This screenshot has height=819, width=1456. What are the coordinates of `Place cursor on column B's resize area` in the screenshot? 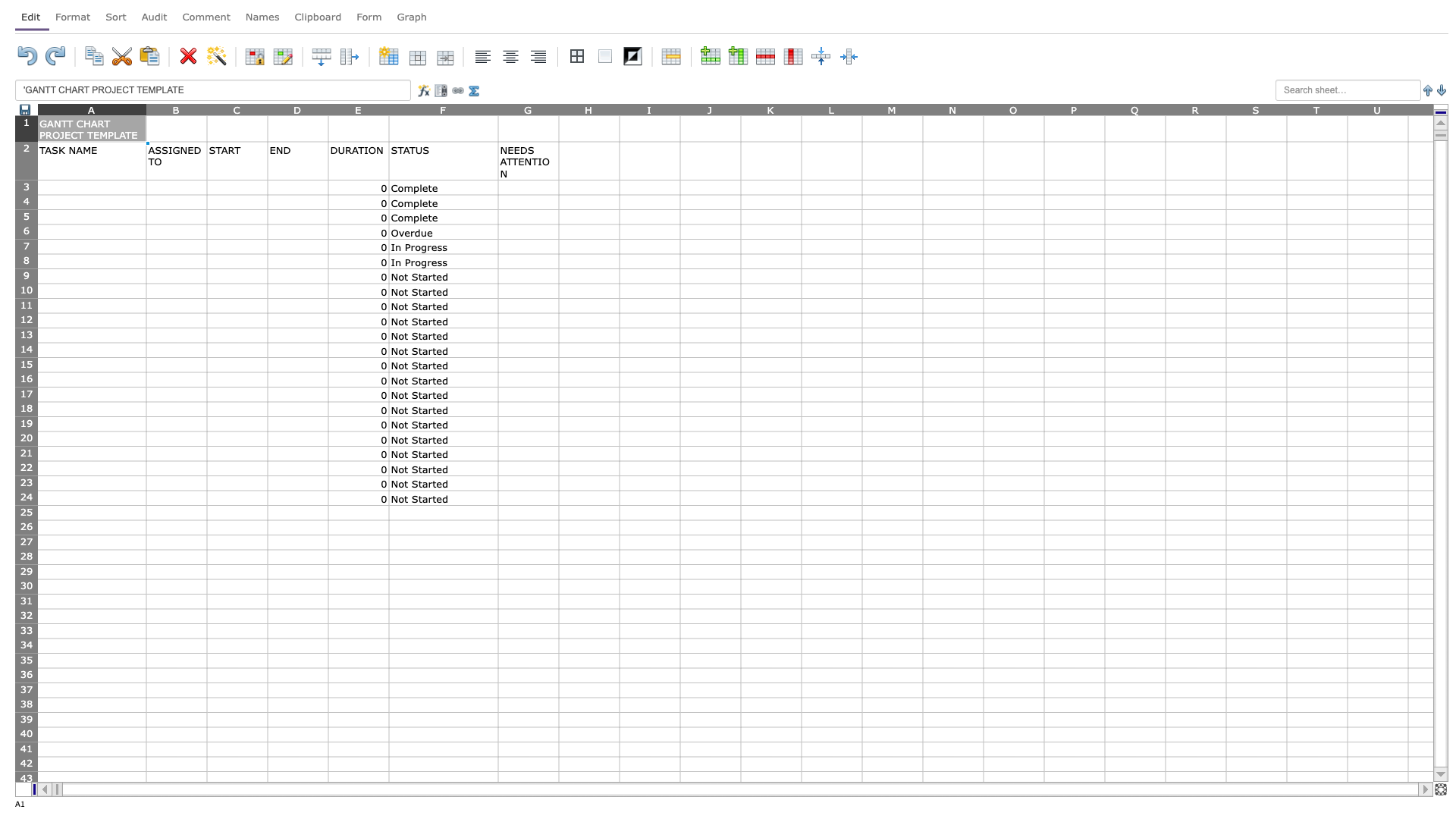 It's located at (206, 108).